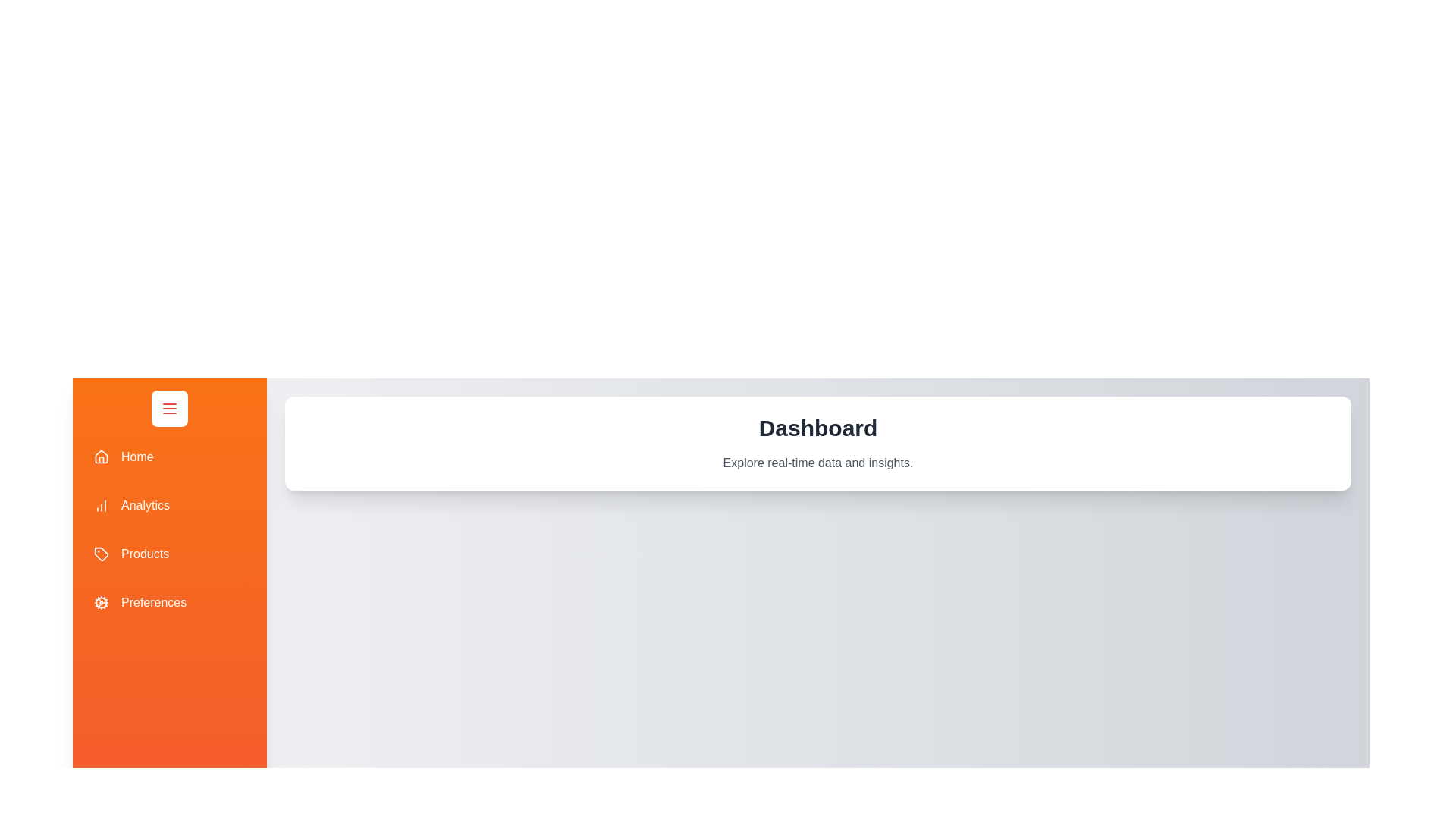 Image resolution: width=1456 pixels, height=819 pixels. Describe the element at coordinates (170, 456) in the screenshot. I see `the drawer item labeled 'Home' to observe its hover effect` at that location.